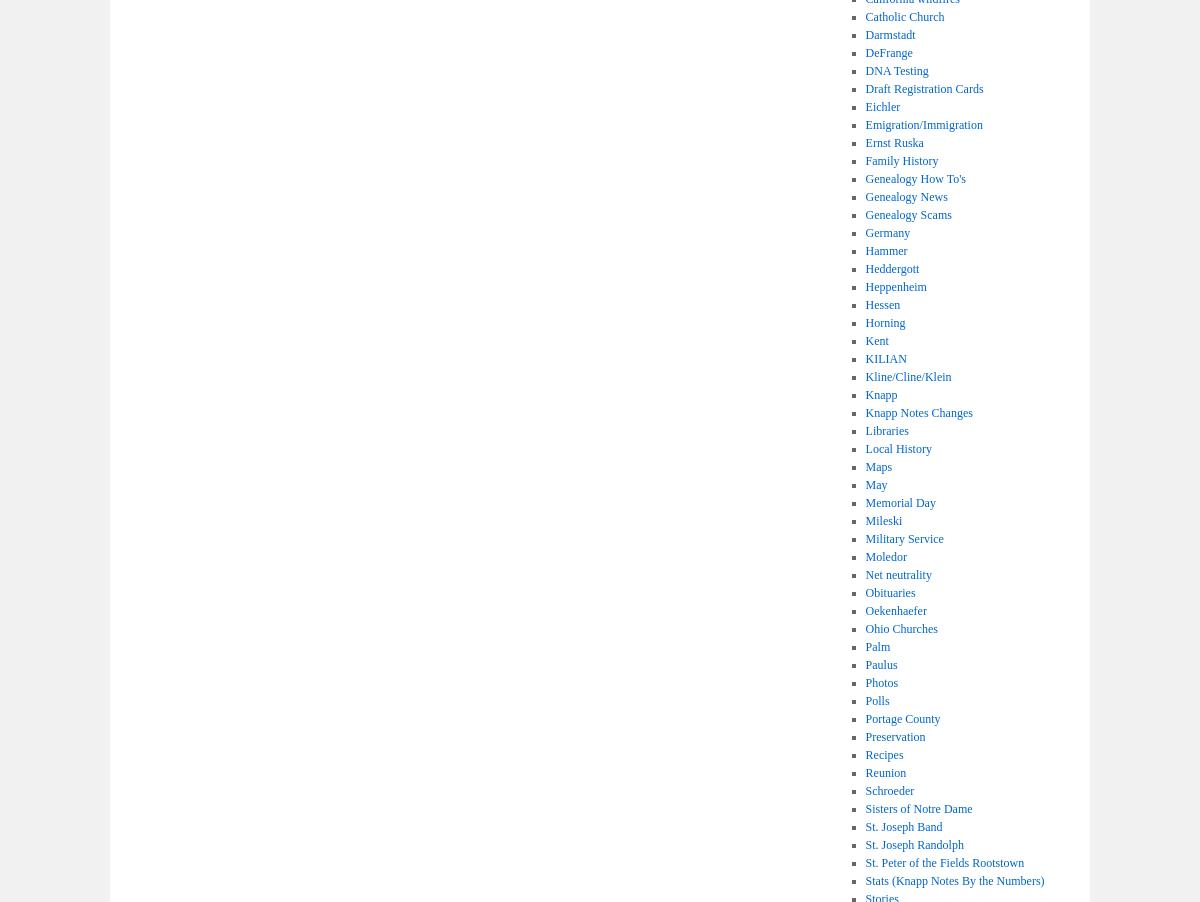 This screenshot has width=1200, height=902. I want to click on 'Maps', so click(877, 465).